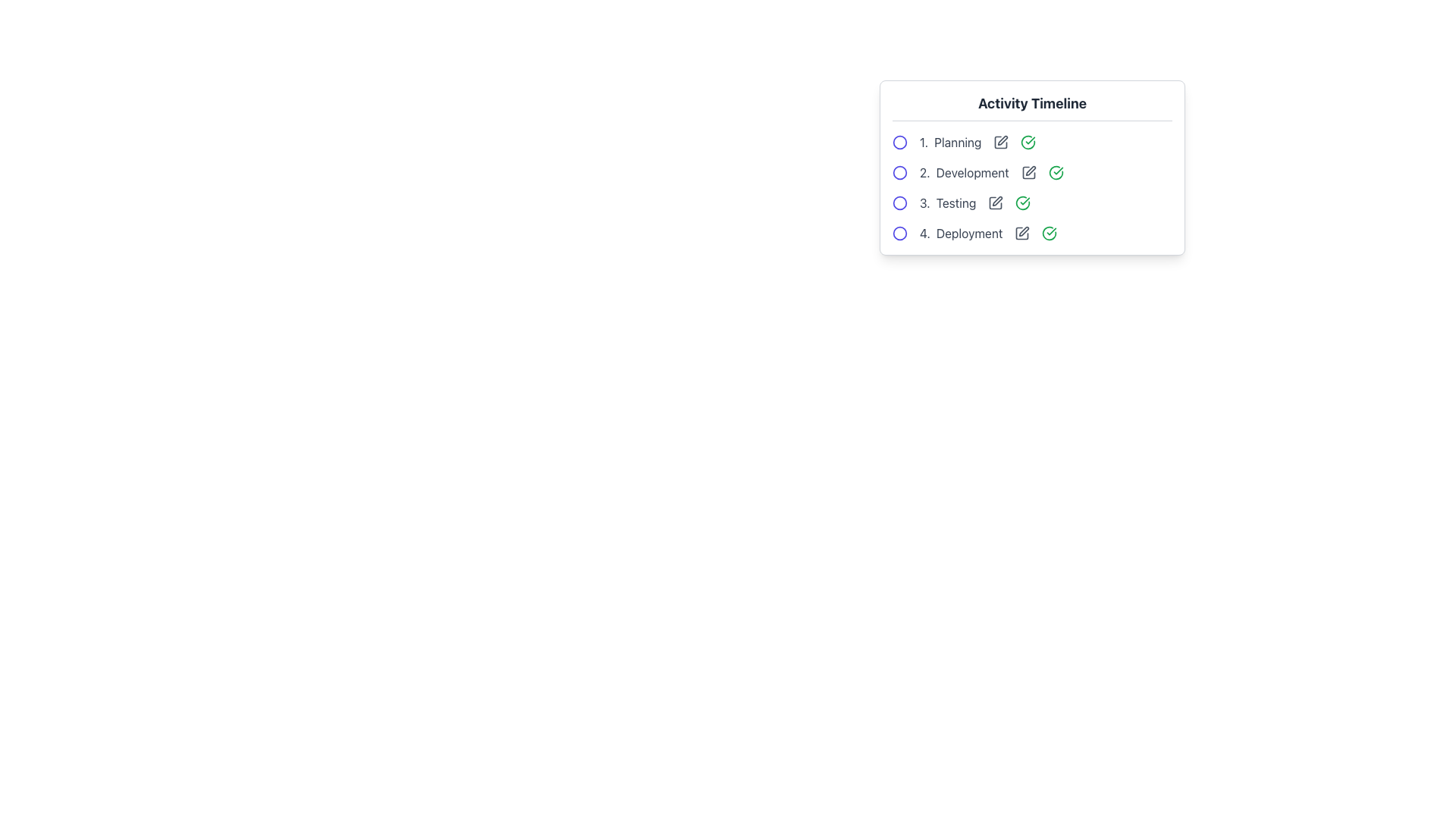 The height and width of the screenshot is (819, 1456). What do you see at coordinates (1022, 234) in the screenshot?
I see `the interactive square outline icon located to the left of the checkmark icon under the '4. Deployment' entry in the 'Activity Timeline' section` at bounding box center [1022, 234].